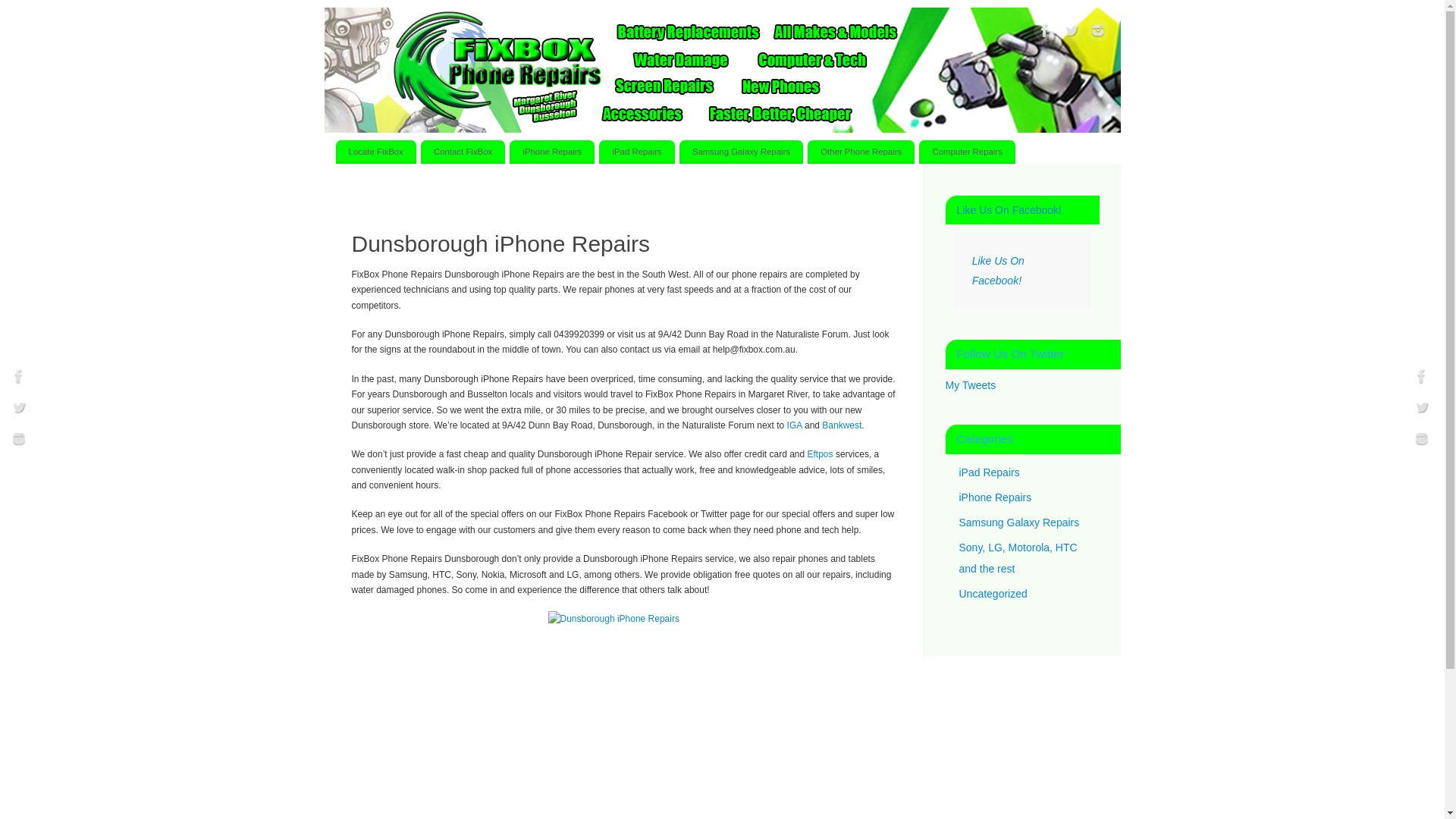 Image resolution: width=1456 pixels, height=819 pixels. What do you see at coordinates (18, 441) in the screenshot?
I see `'Instagram'` at bounding box center [18, 441].